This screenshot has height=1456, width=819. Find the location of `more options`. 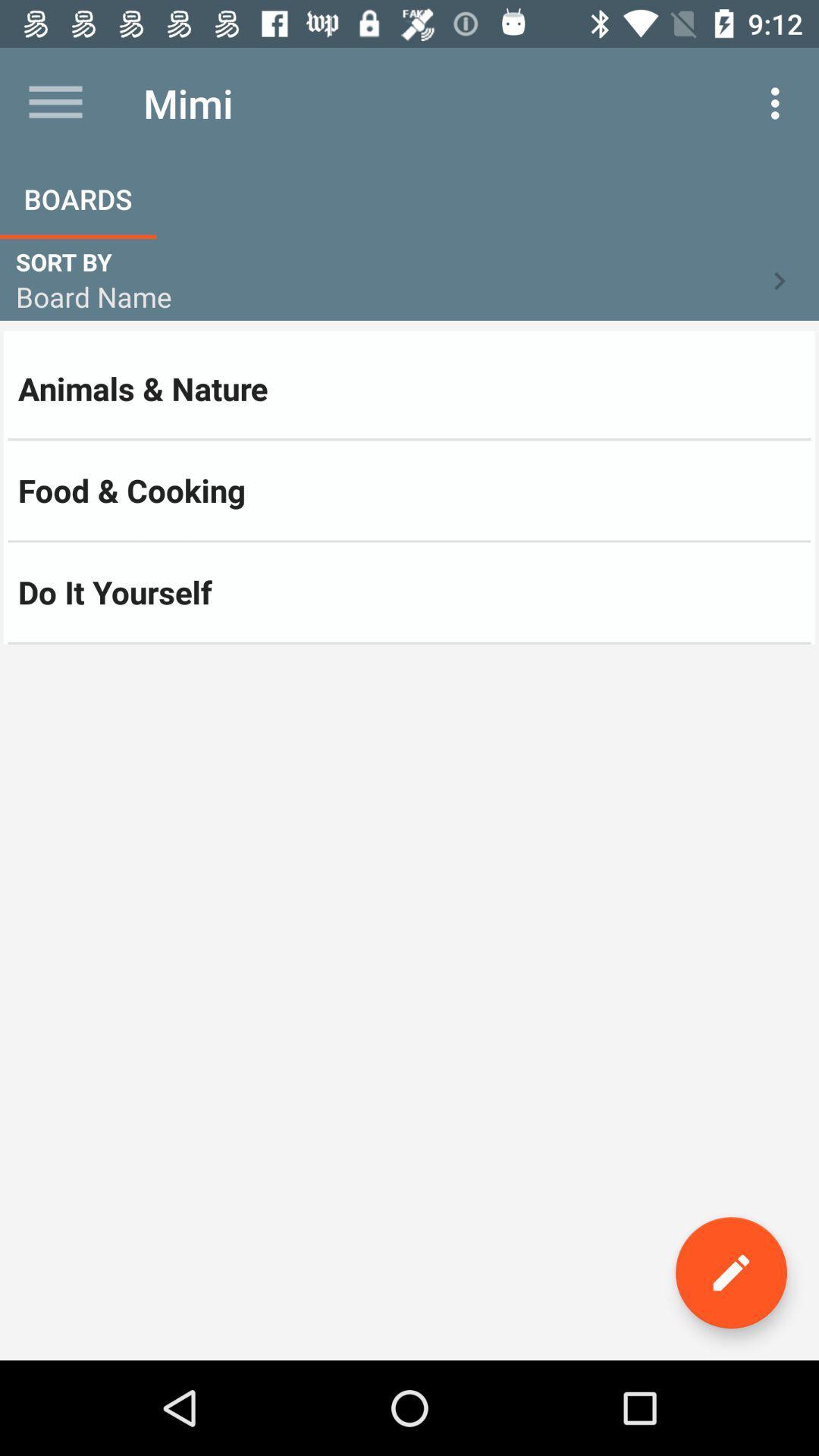

more options is located at coordinates (55, 102).